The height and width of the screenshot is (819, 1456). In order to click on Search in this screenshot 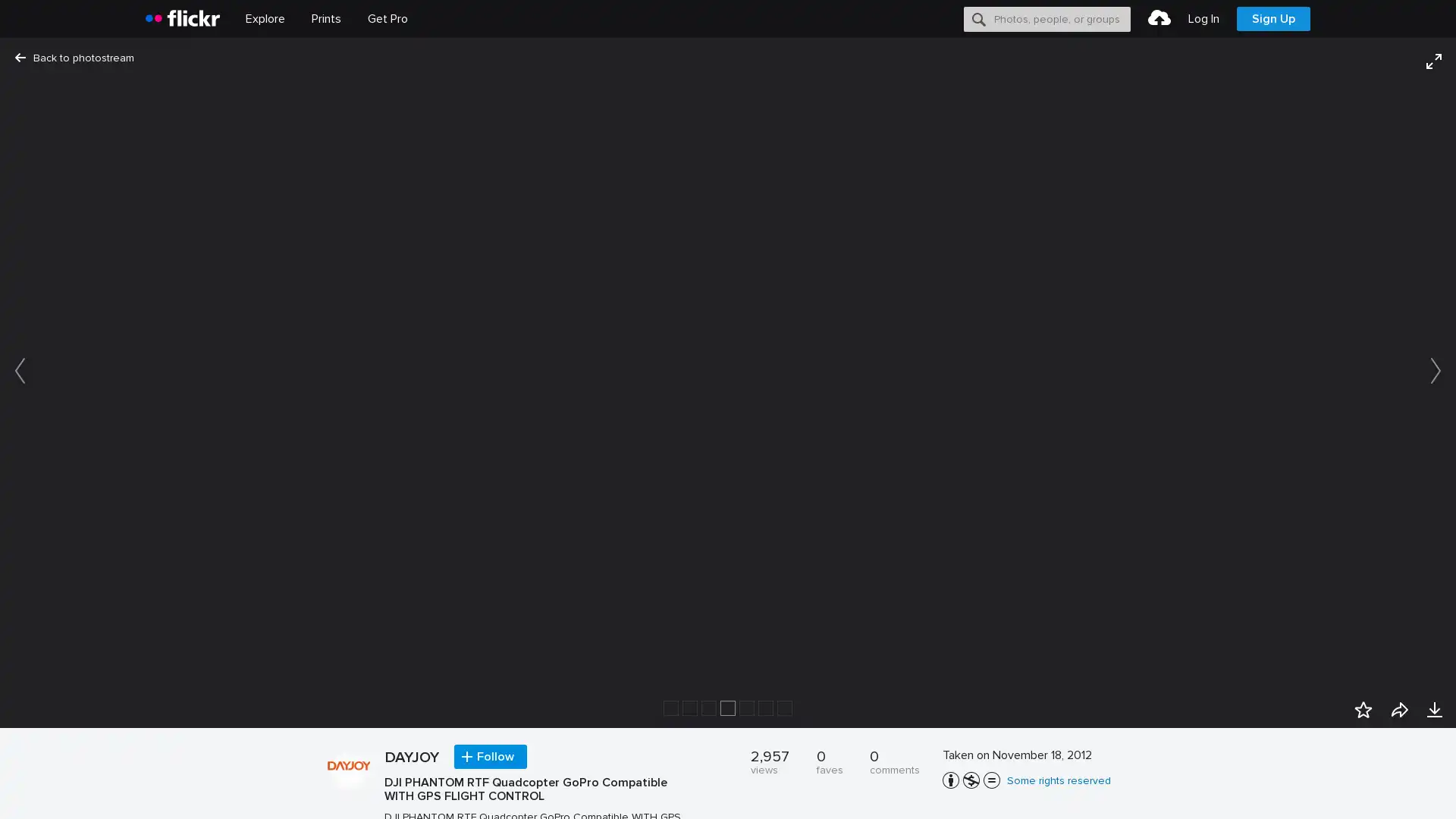, I will do `click(979, 18)`.